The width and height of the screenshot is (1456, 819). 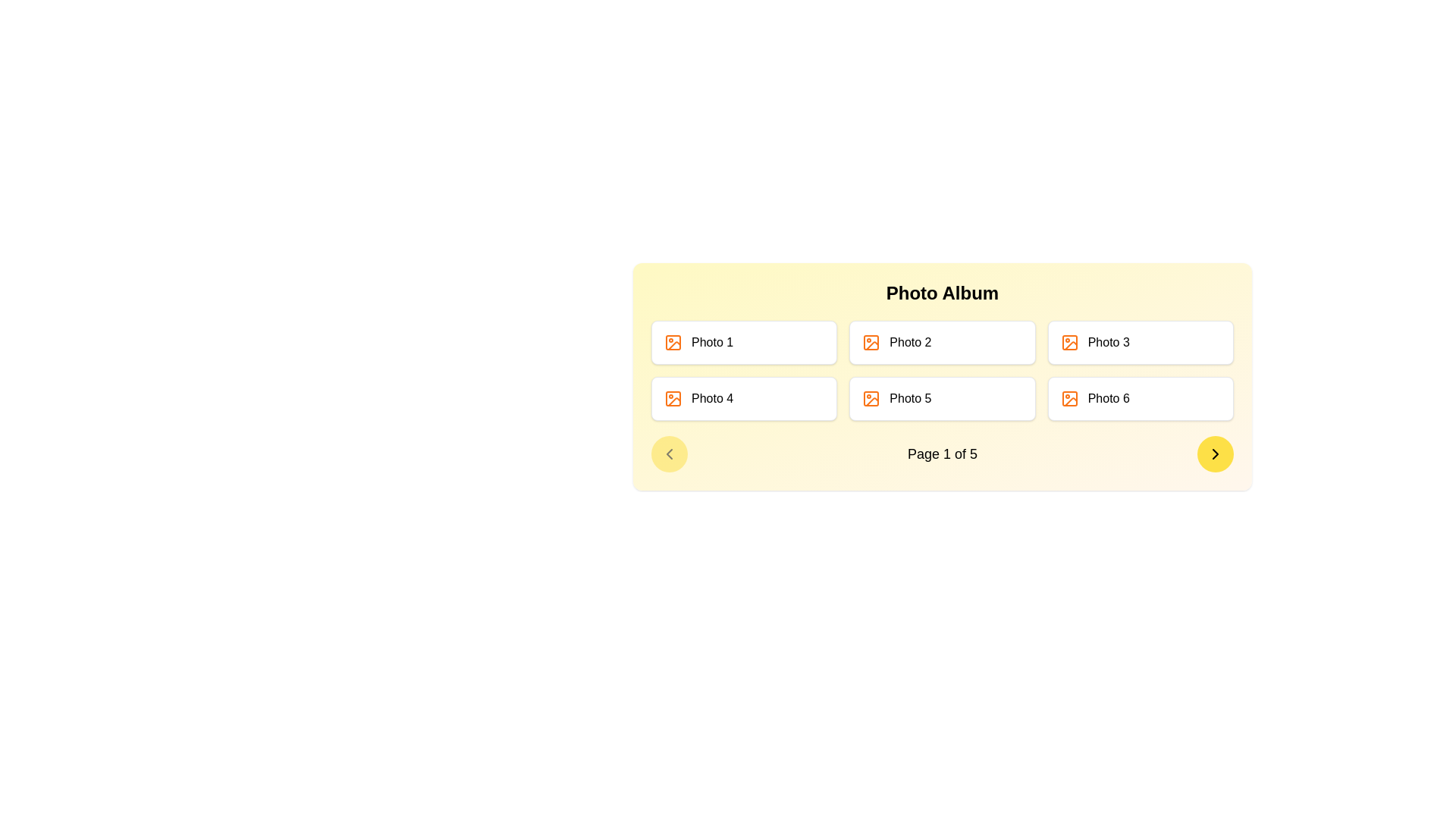 What do you see at coordinates (673, 397) in the screenshot?
I see `the vibrant orange icon representing an image within the 'Photo 4' button group` at bounding box center [673, 397].